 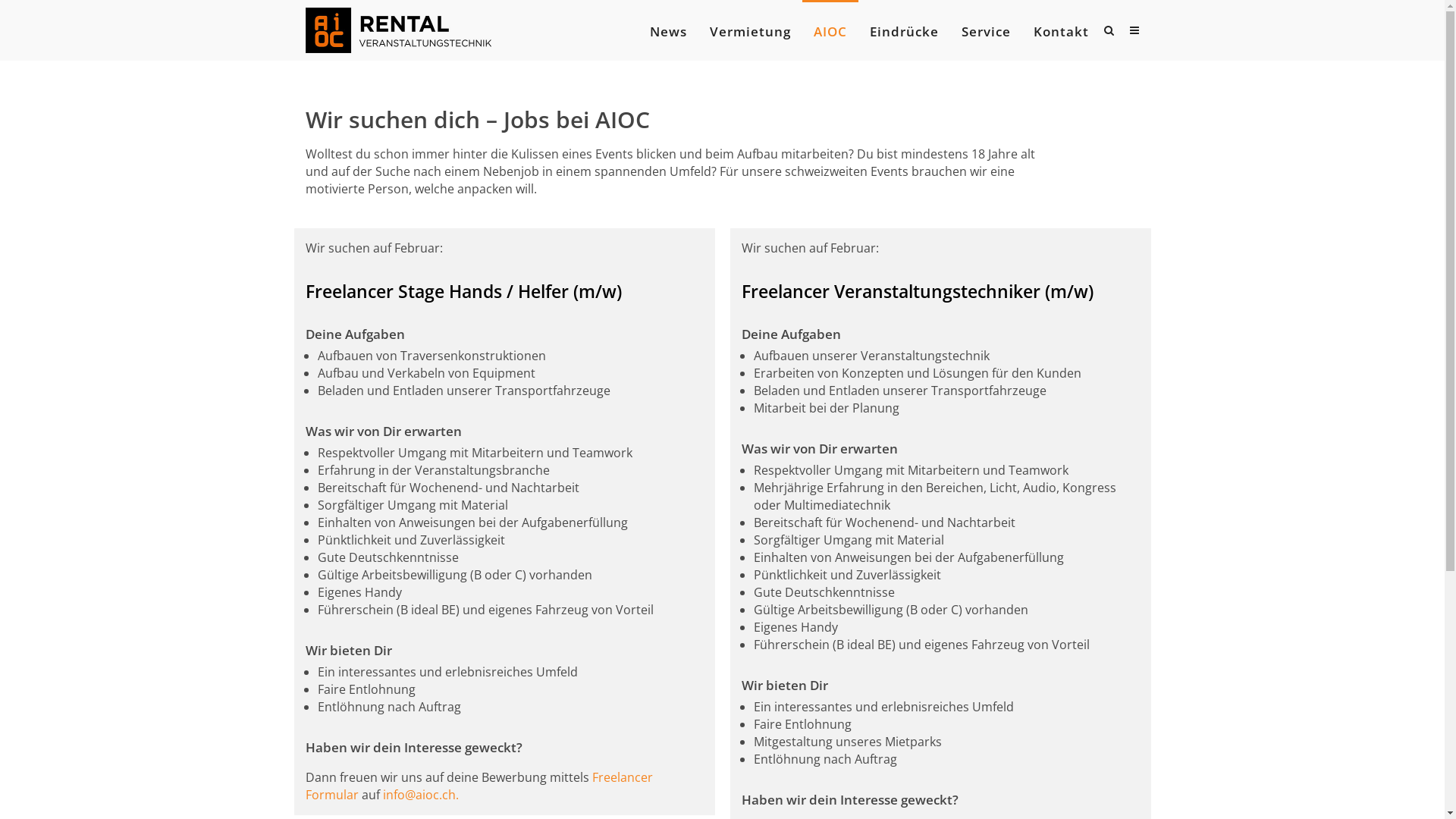 I want to click on 'Vermietung', so click(x=750, y=32).